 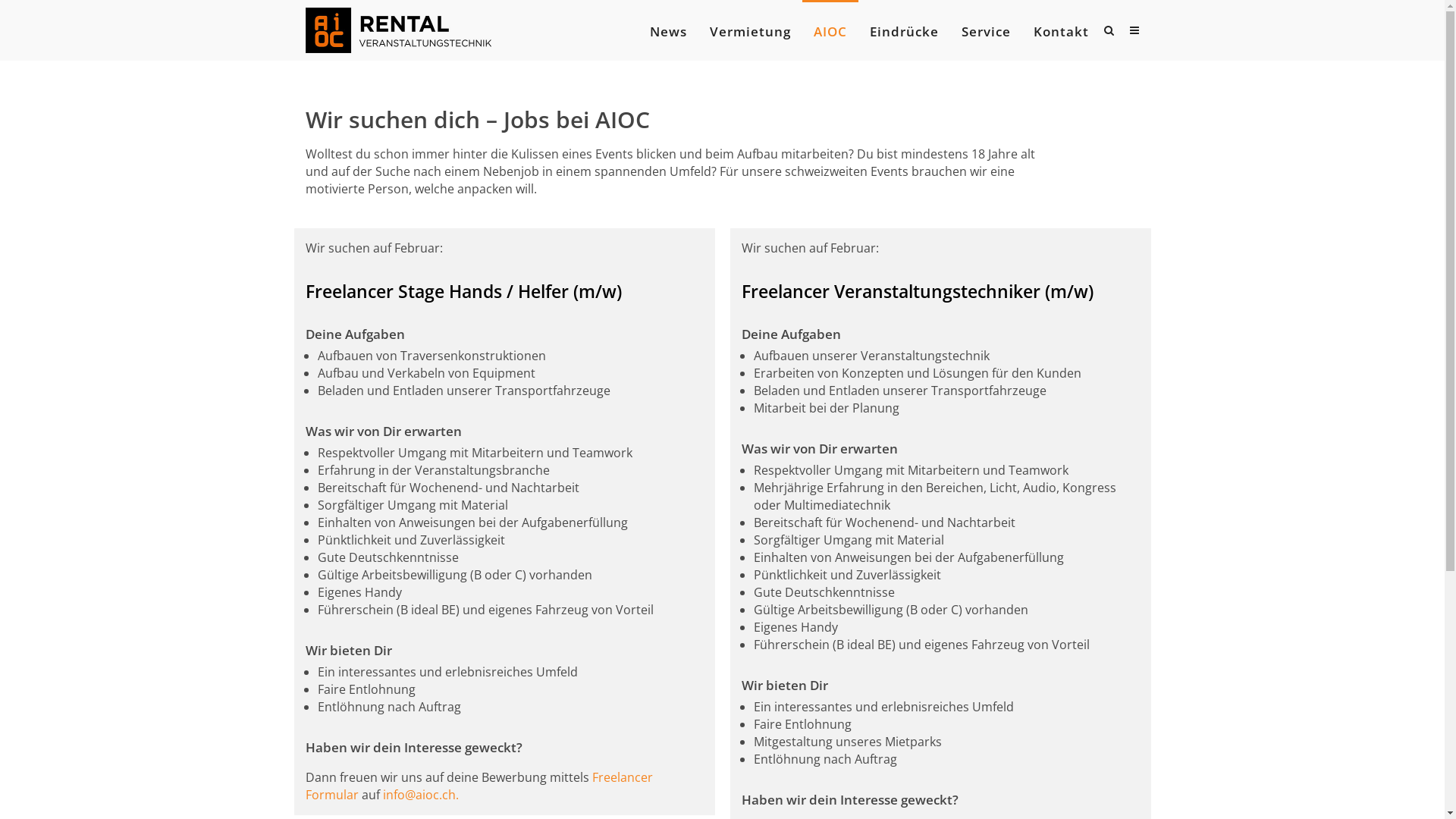 I want to click on 'Vermietung', so click(x=750, y=32).